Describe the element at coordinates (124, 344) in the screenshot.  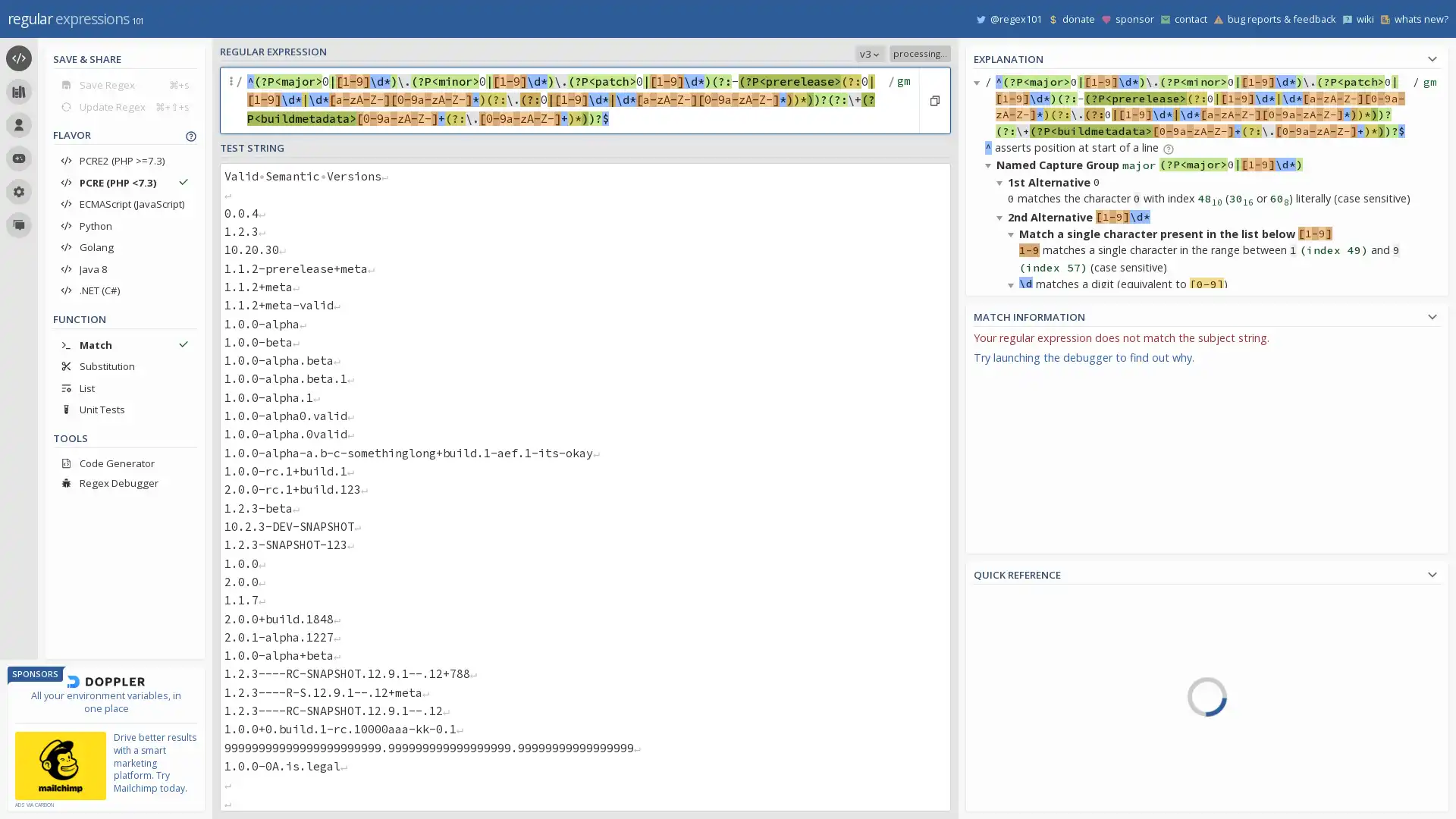
I see `Match` at that location.